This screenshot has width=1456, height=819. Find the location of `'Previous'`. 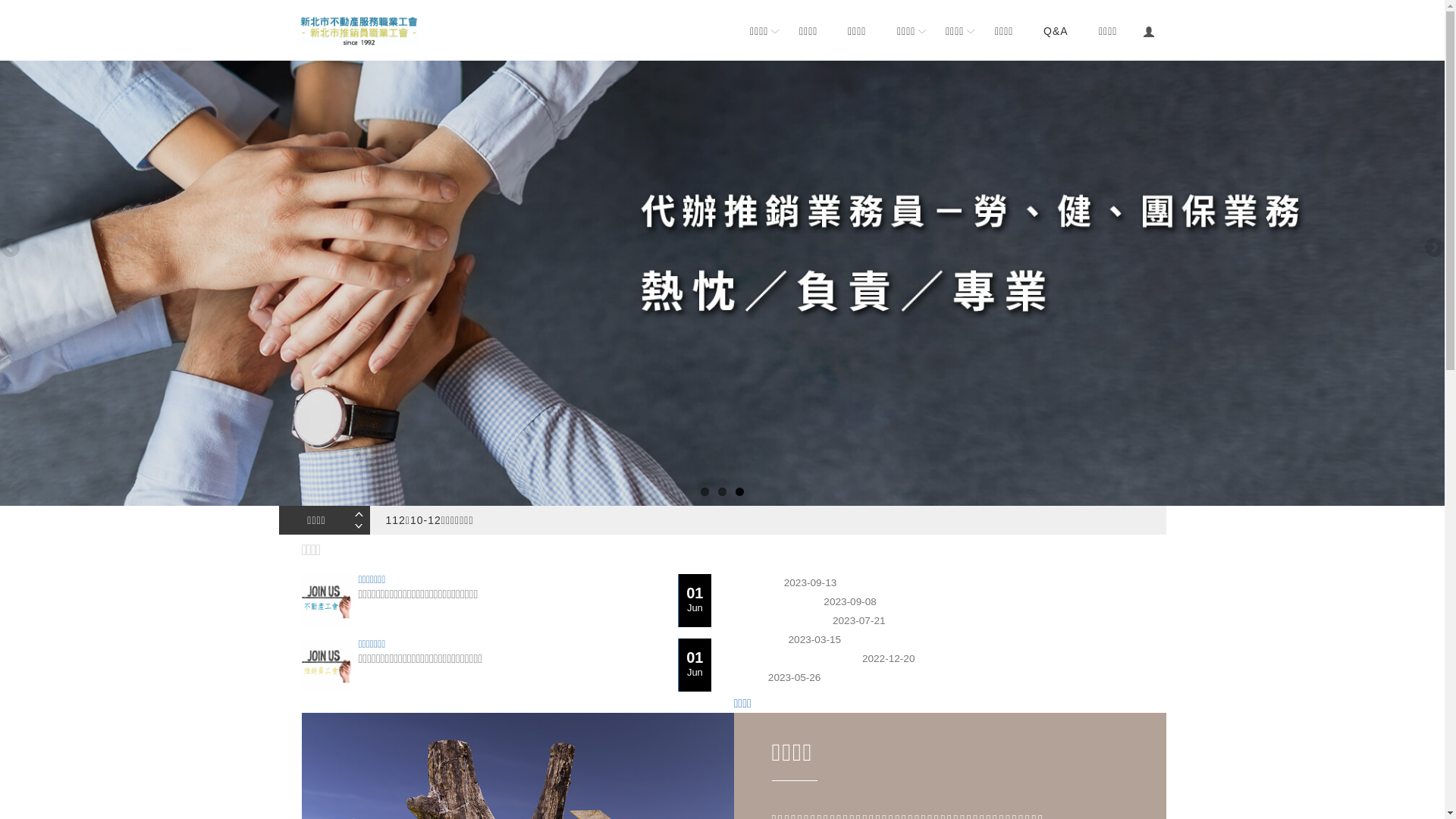

'Previous' is located at coordinates (362, 513).